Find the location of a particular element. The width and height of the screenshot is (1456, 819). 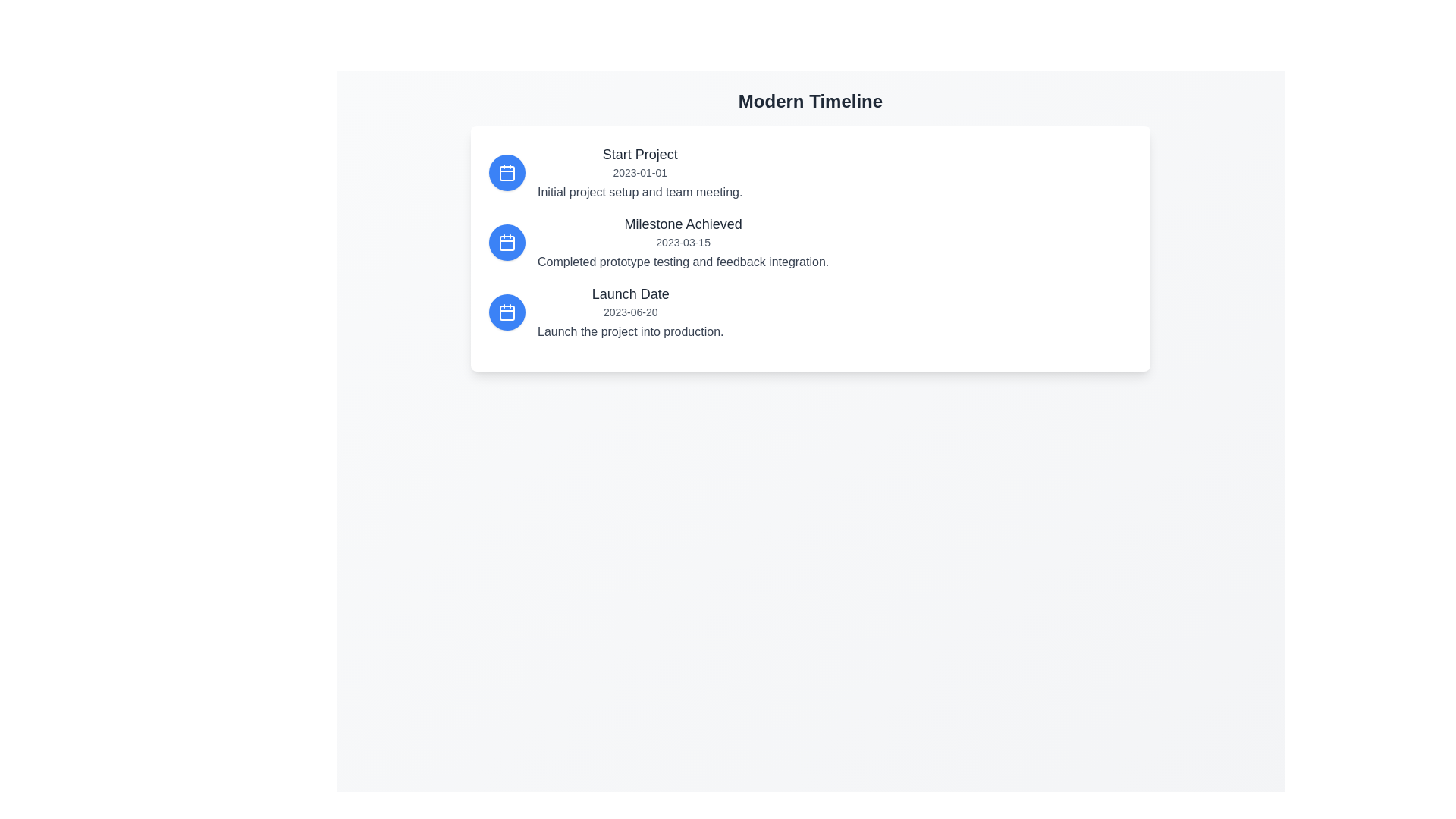

the 'Launch Date' text label in the third listing of the vertical timeline, which serves as a header indicating the type of event is located at coordinates (630, 294).